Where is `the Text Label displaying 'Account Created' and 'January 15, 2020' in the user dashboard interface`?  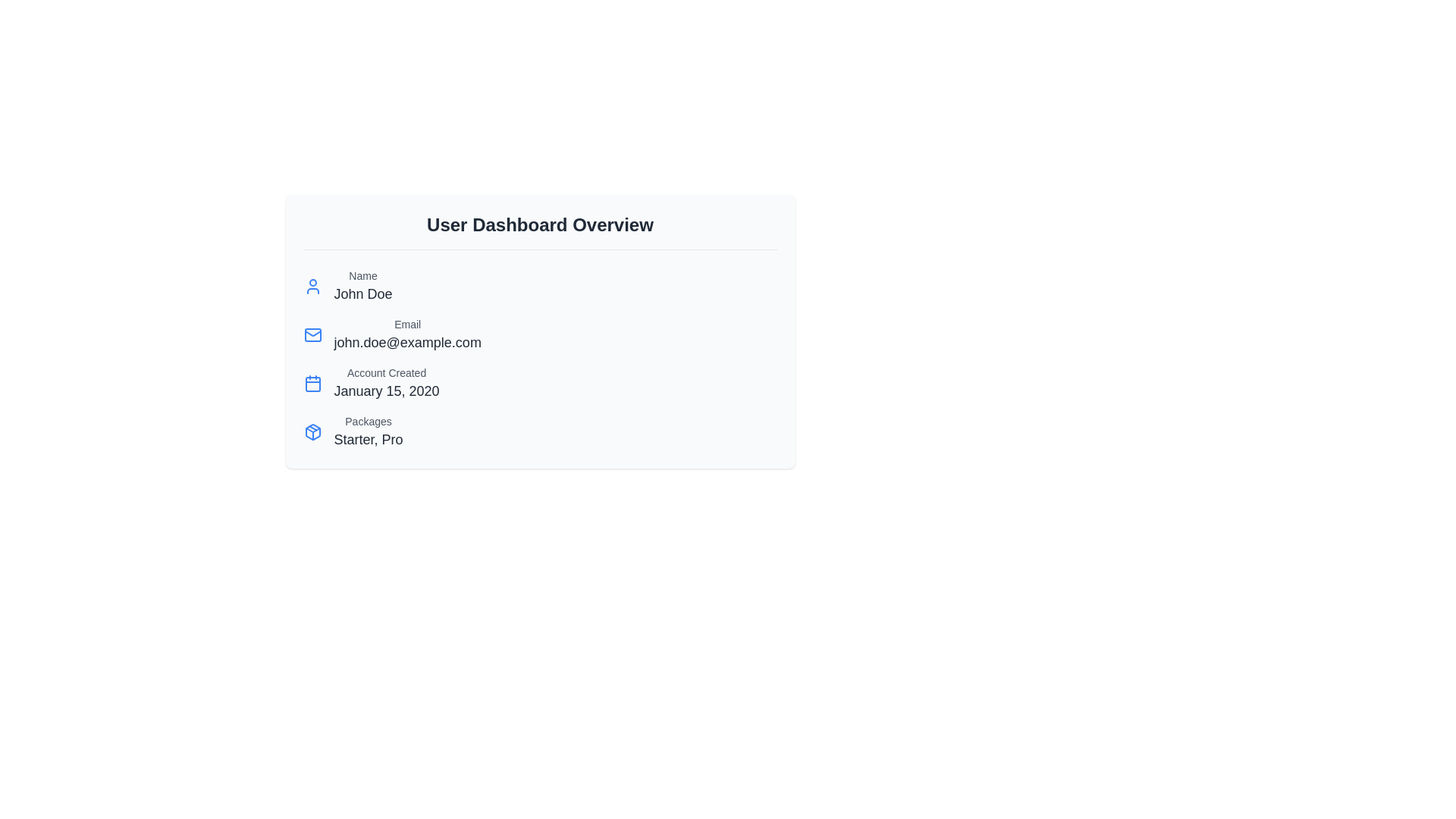
the Text Label displaying 'Account Created' and 'January 15, 2020' in the user dashboard interface is located at coordinates (387, 382).